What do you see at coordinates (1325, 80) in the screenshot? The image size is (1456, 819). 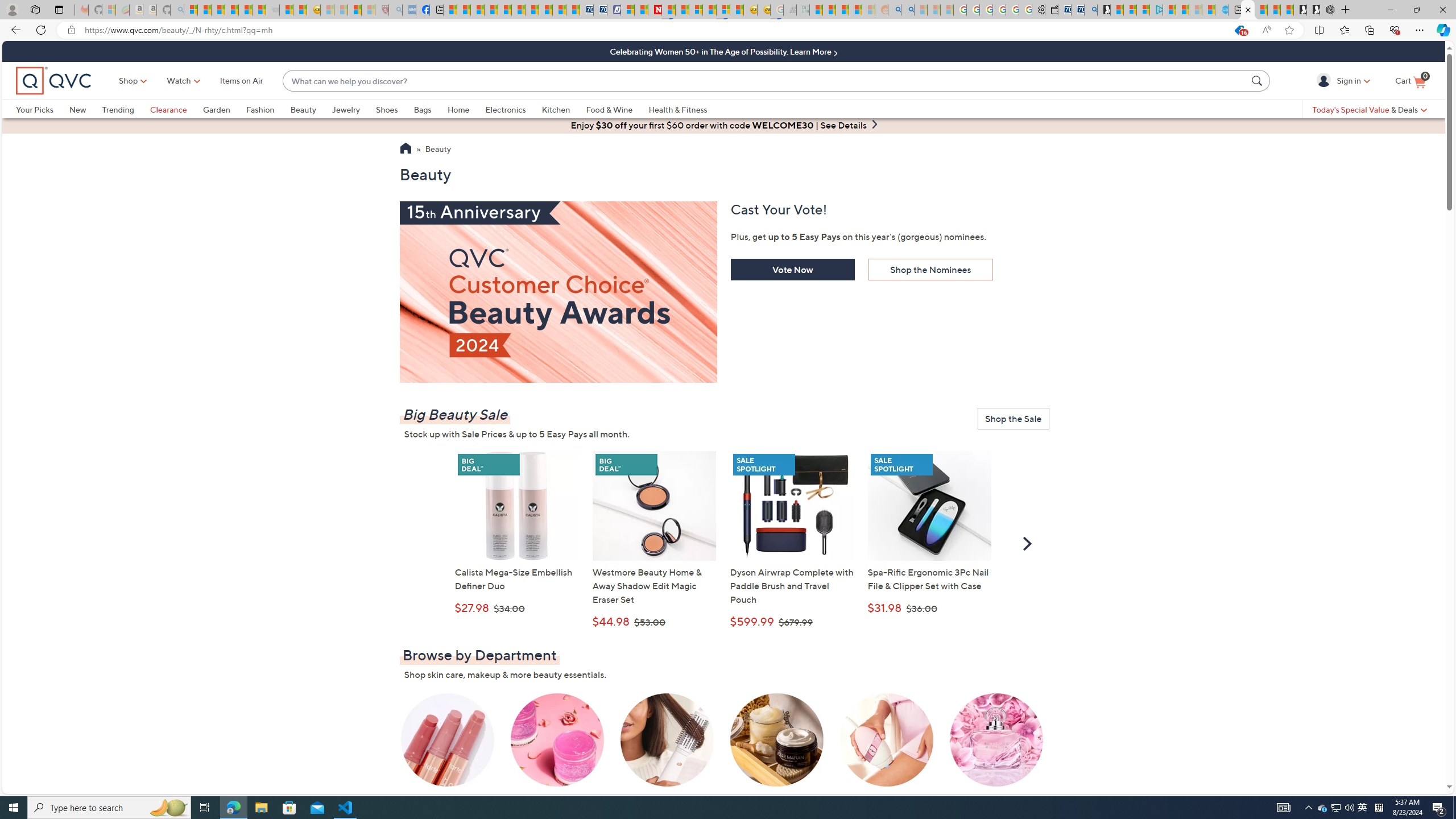 I see `'Sign in'` at bounding box center [1325, 80].